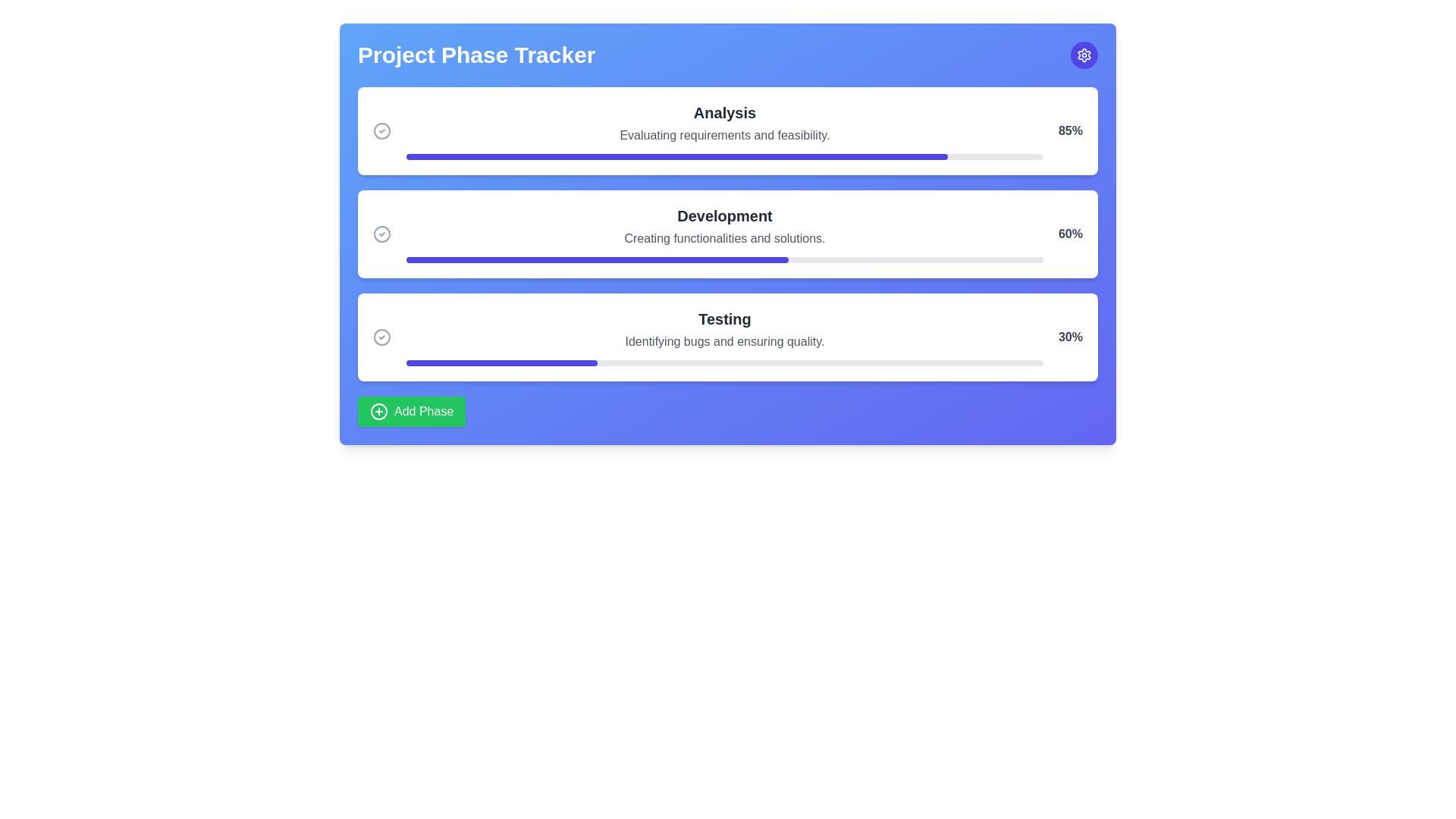  What do you see at coordinates (723, 342) in the screenshot?
I see `the text block containing 'Identifying bugs and ensuring quality.' which is positioned below the 'Testing' heading` at bounding box center [723, 342].